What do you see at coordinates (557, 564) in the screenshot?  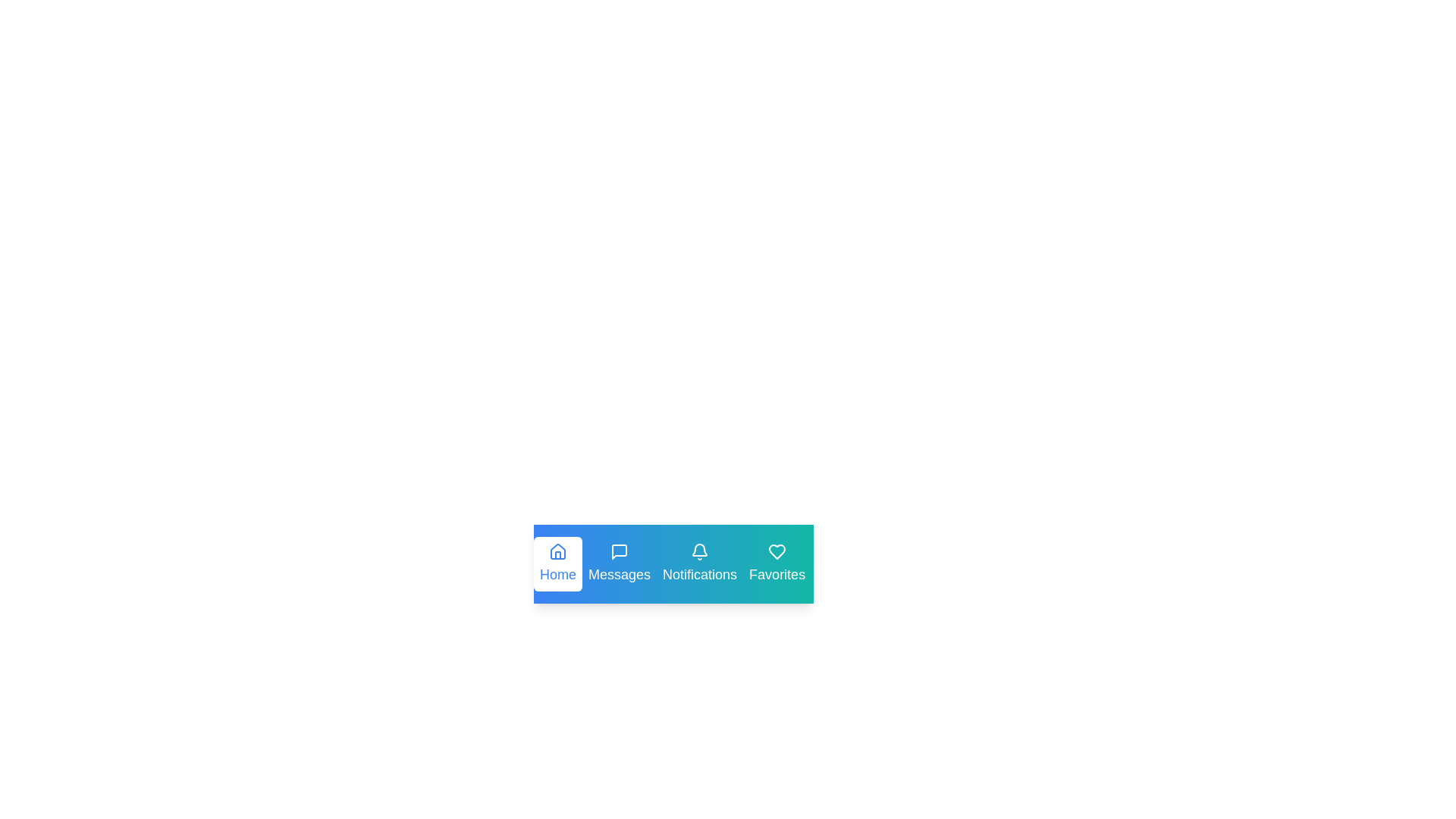 I see `the Home tab by clicking on it` at bounding box center [557, 564].